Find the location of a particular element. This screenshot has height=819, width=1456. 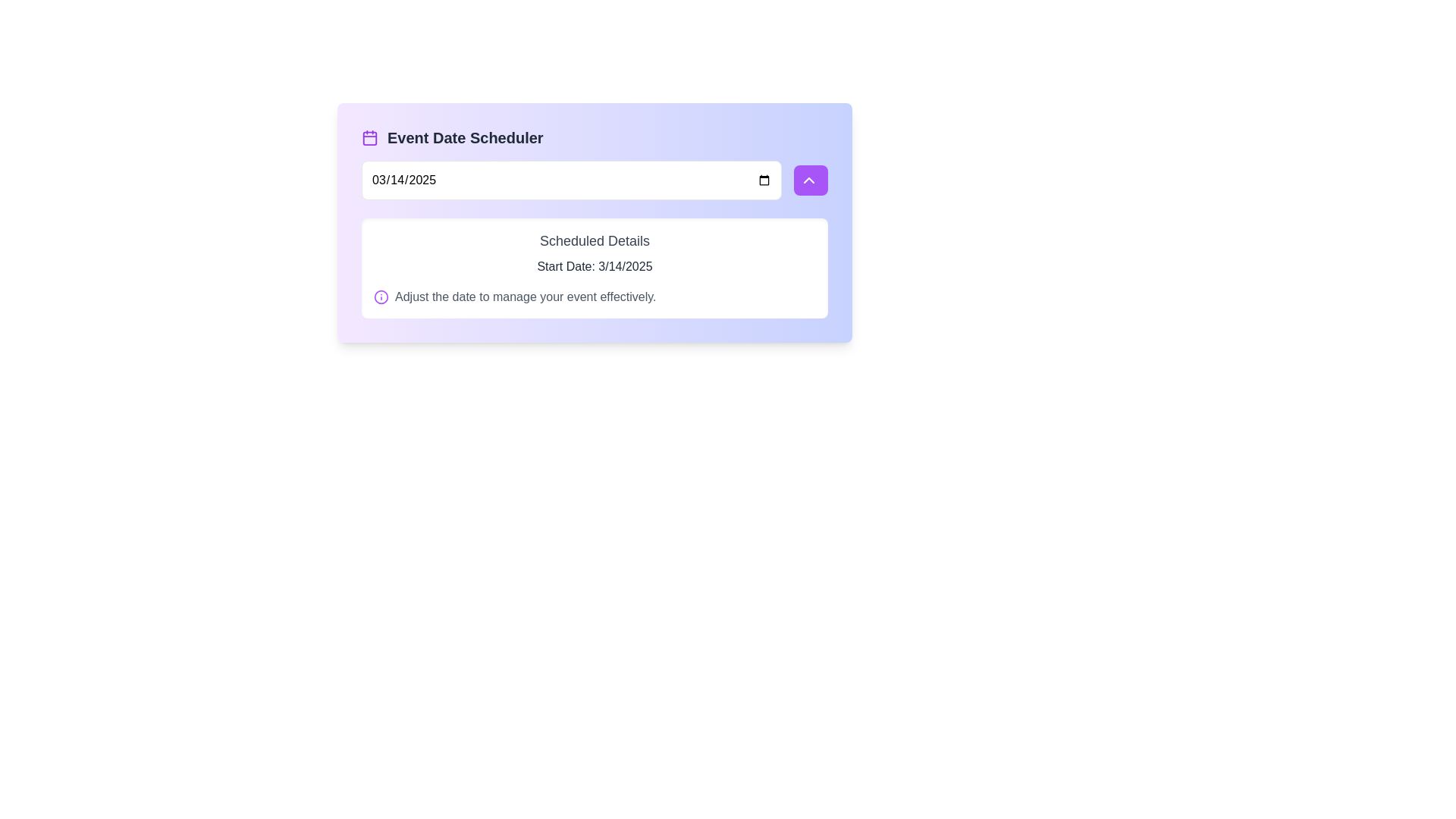

the Date Input Field, which is a rectangular input box displaying '03/14/2025', to change the date value is located at coordinates (571, 180).